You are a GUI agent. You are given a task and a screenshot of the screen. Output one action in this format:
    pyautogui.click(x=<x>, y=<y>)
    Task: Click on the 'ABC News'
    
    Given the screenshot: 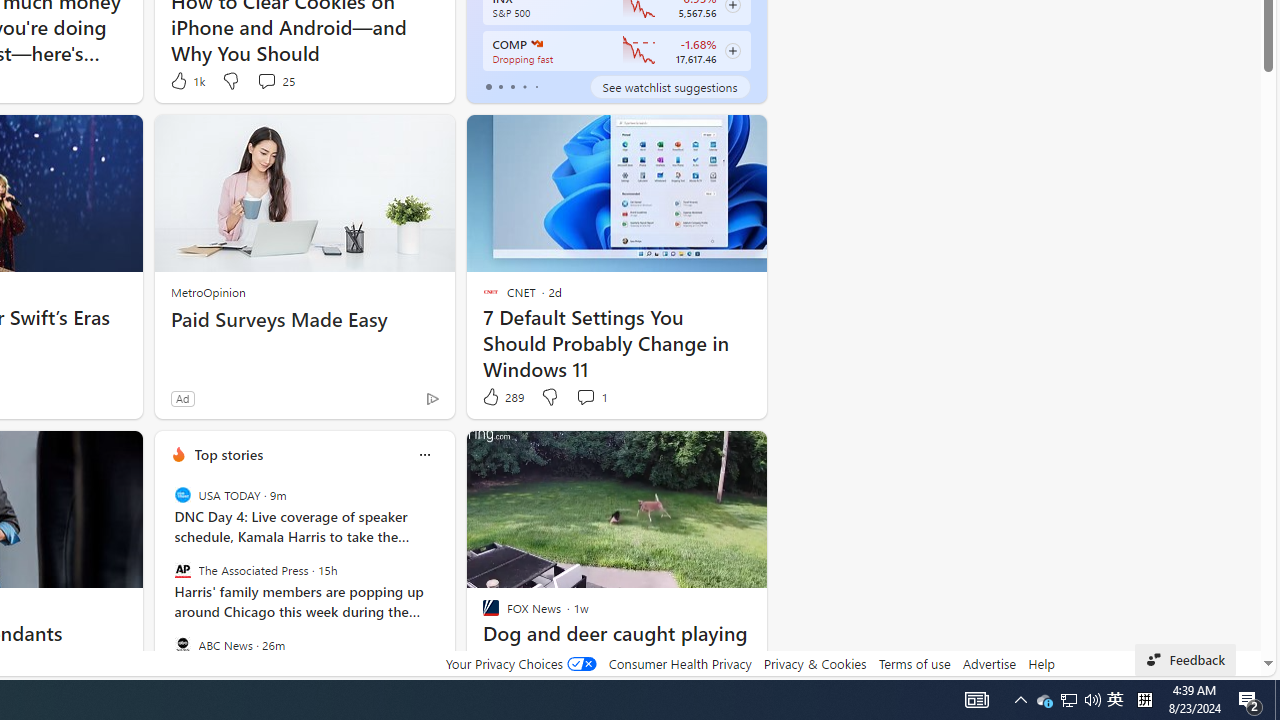 What is the action you would take?
    pyautogui.click(x=182, y=644)
    